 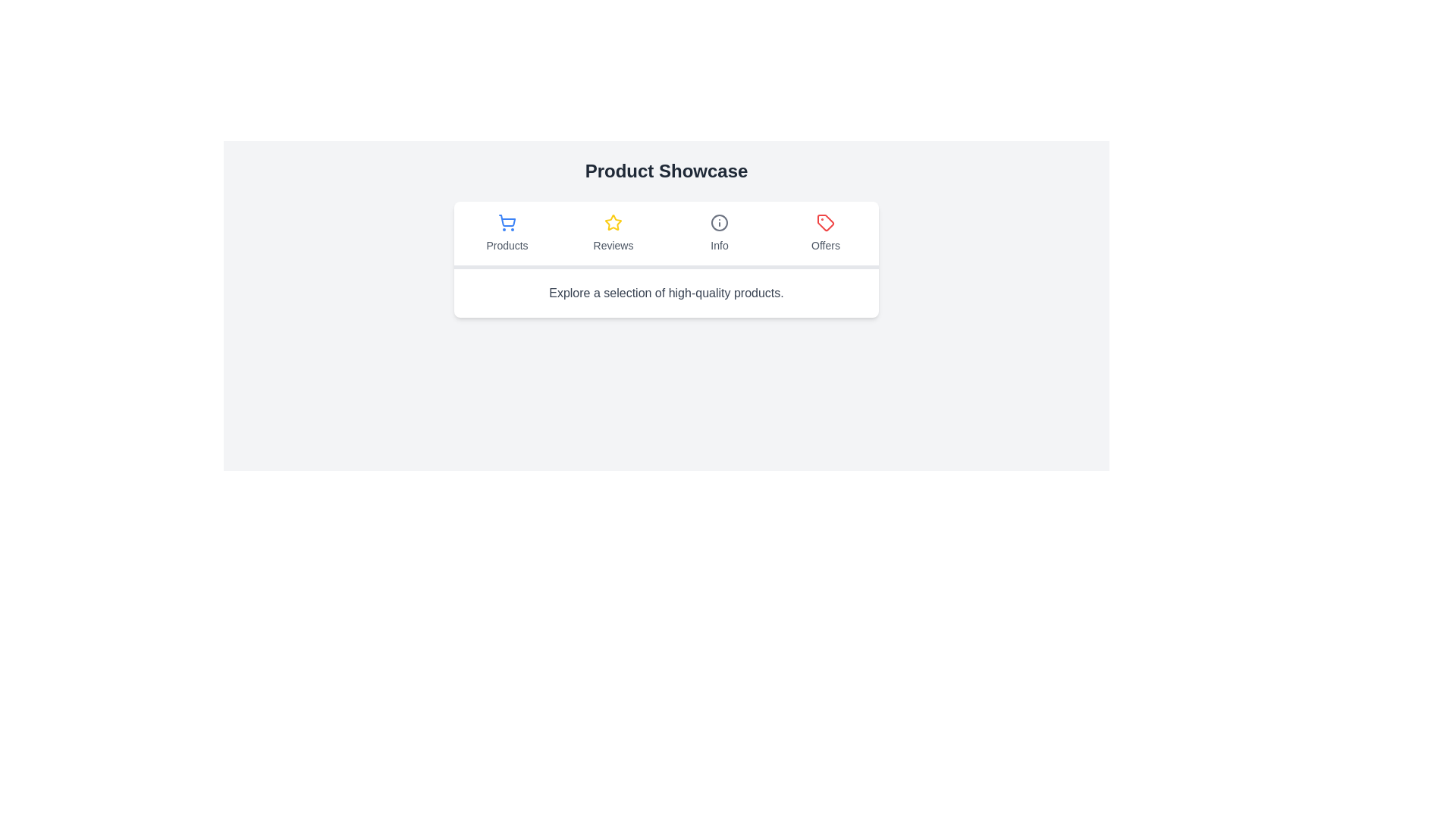 What do you see at coordinates (507, 245) in the screenshot?
I see `the 'Products' text label displayed in a sans-serif font style, which is positioned below the shopping cart icon in the first tab of the navigation bar` at bounding box center [507, 245].